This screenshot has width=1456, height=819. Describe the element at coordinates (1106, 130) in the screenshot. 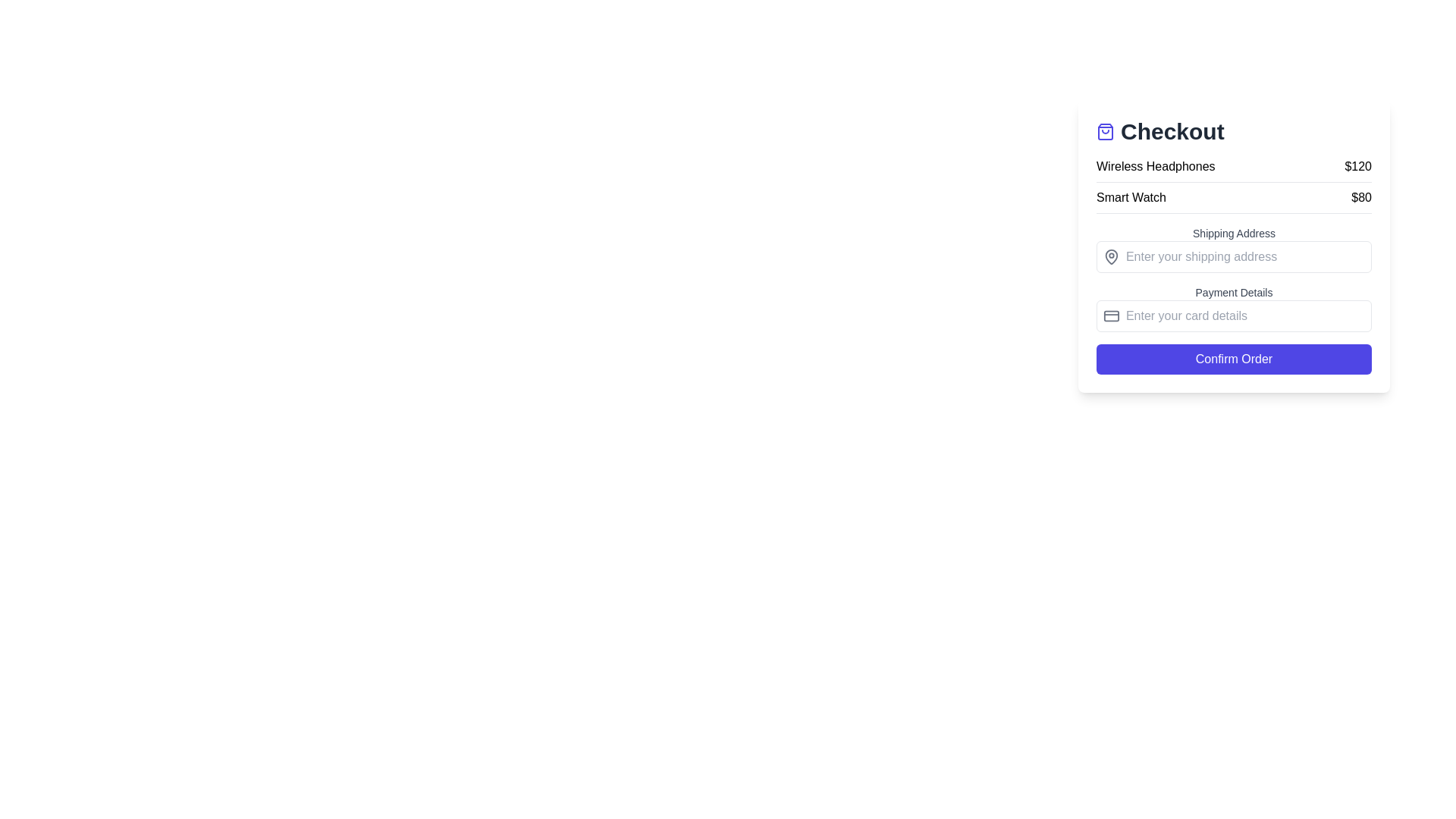

I see `the shopping bag icon, which is an indigo line-based SVG icon located to the left of the 'Checkout' text in the header section of the checkout interface` at that location.